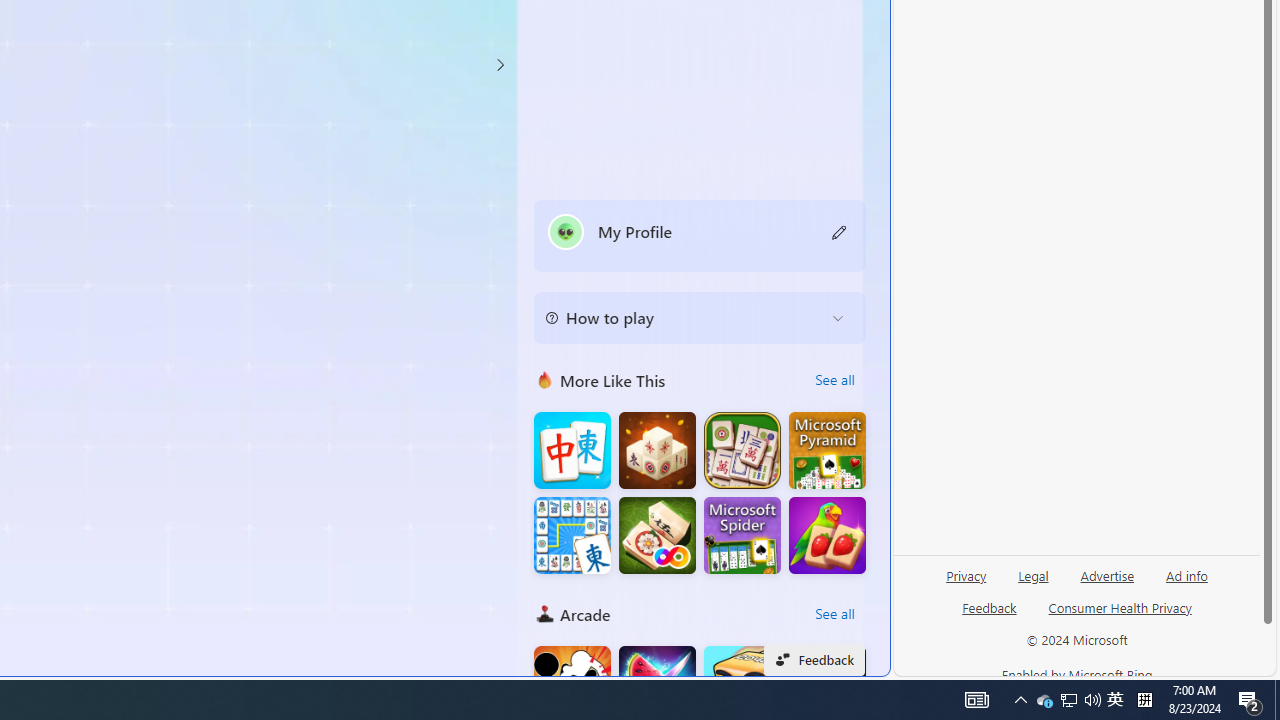 This screenshot has height=720, width=1280. Describe the element at coordinates (966, 574) in the screenshot. I see `'Privacy'` at that location.